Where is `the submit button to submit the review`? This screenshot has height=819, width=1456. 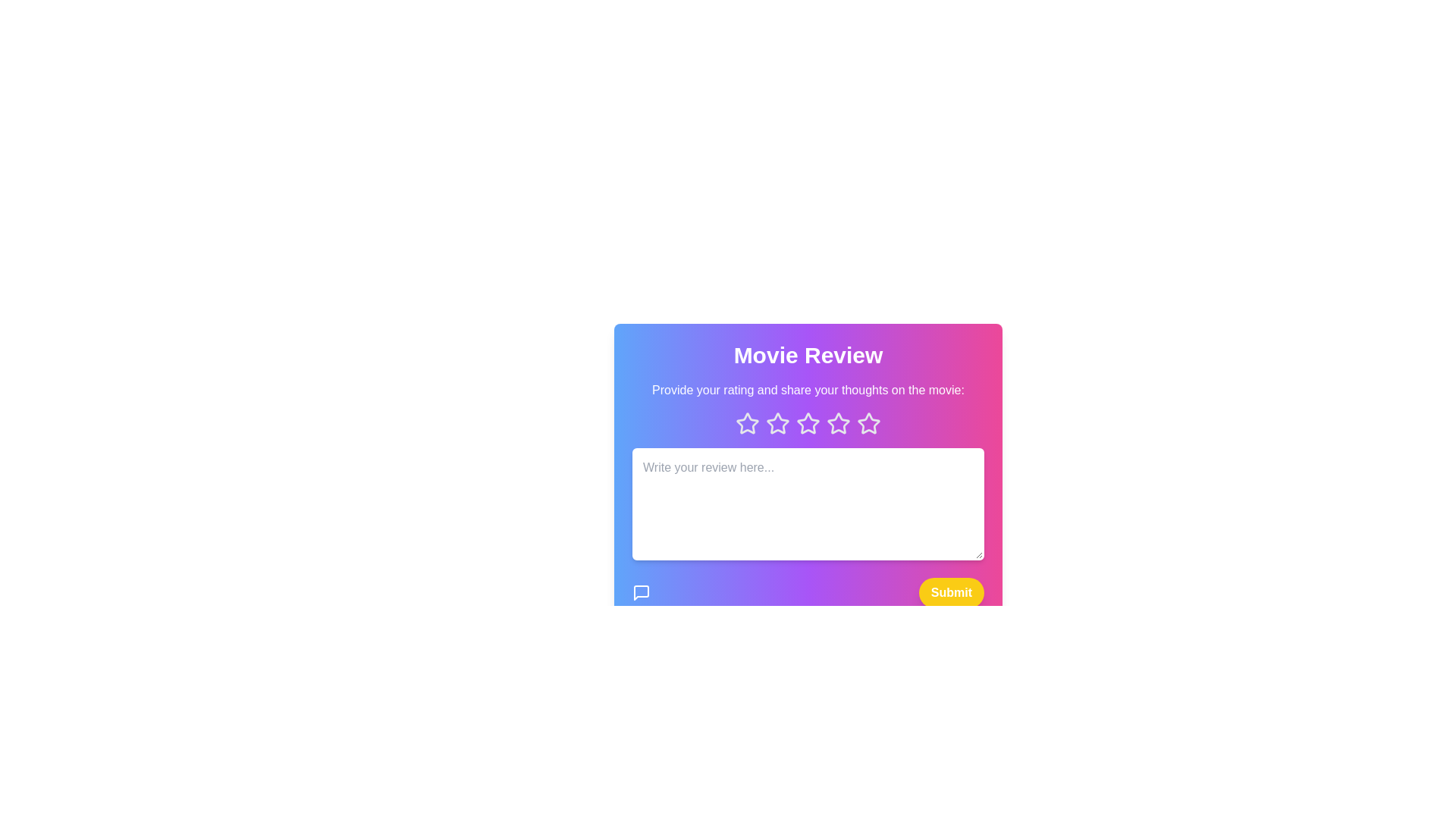 the submit button to submit the review is located at coordinates (950, 592).